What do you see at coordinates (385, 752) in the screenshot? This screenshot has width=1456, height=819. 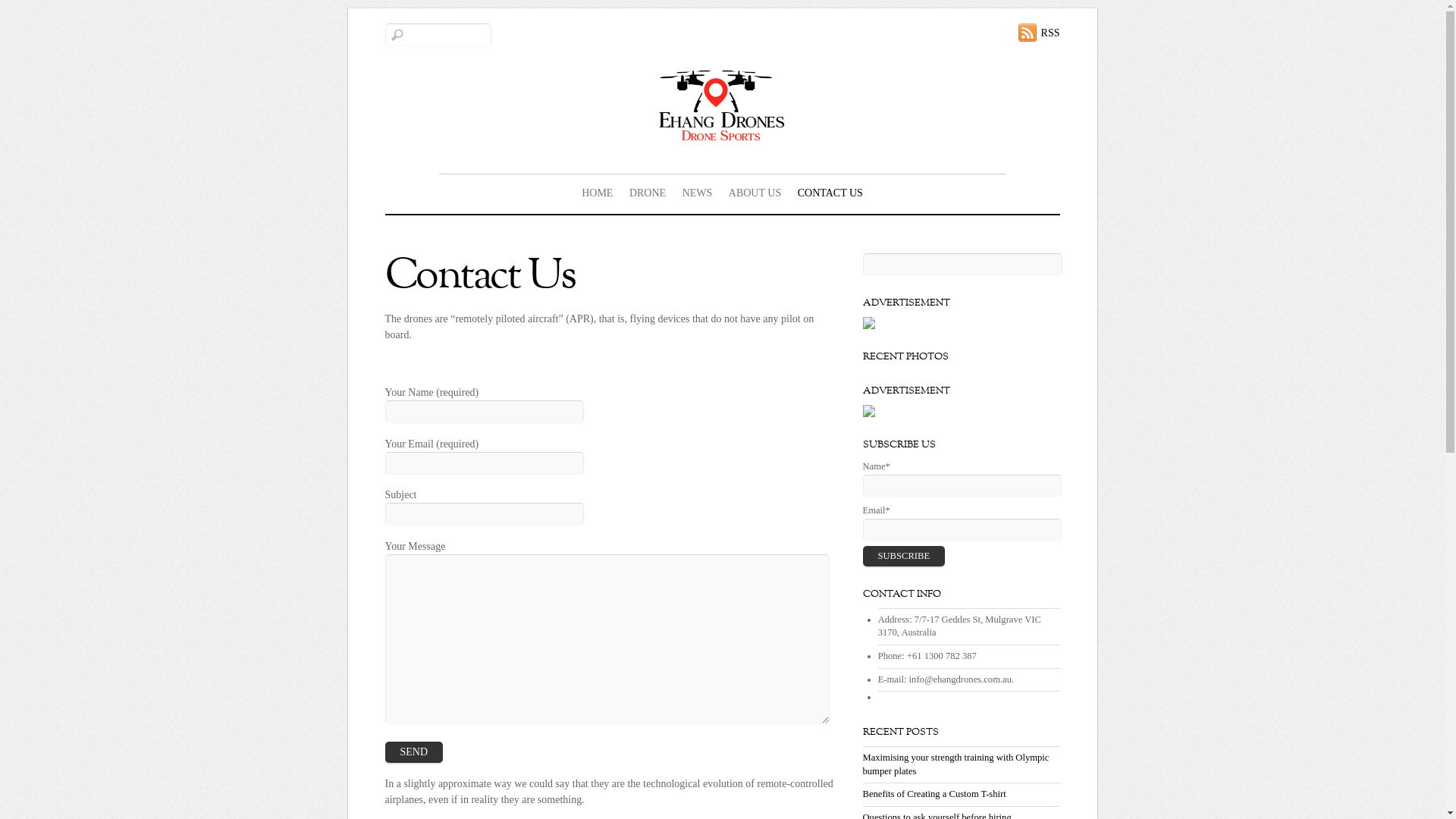 I see `'Send'` at bounding box center [385, 752].